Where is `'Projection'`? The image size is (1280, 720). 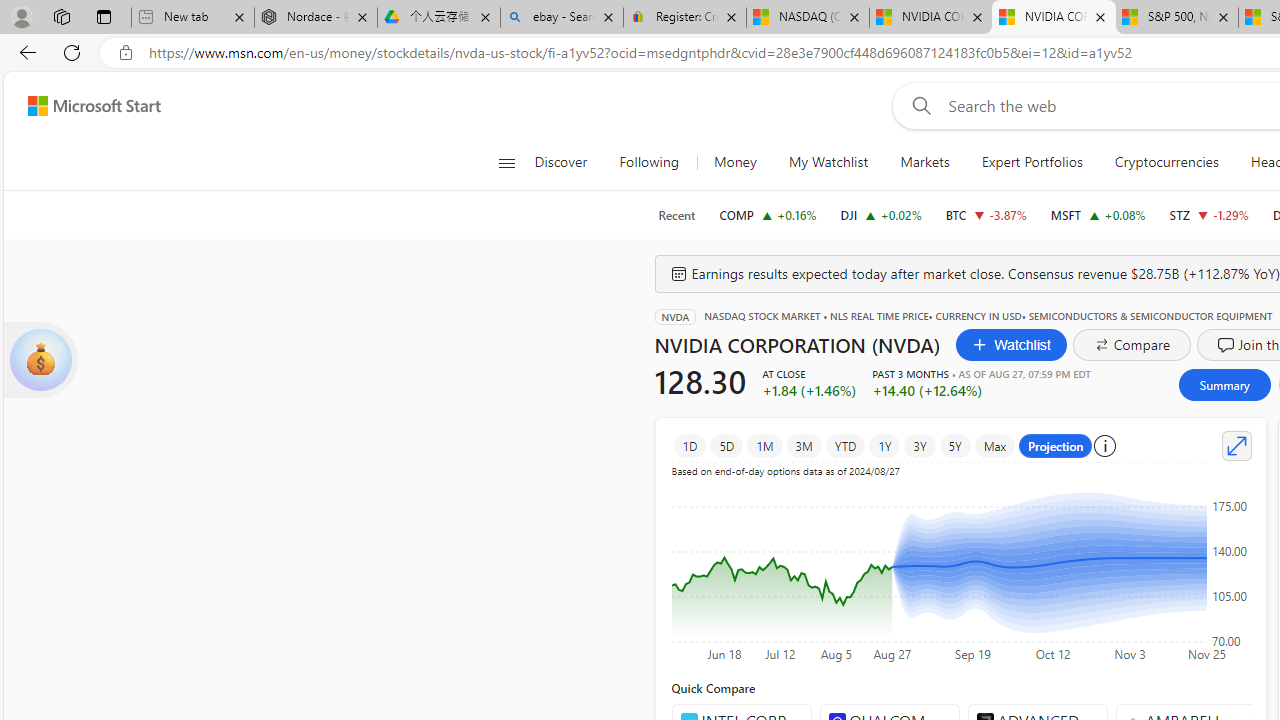 'Projection' is located at coordinates (1055, 445).